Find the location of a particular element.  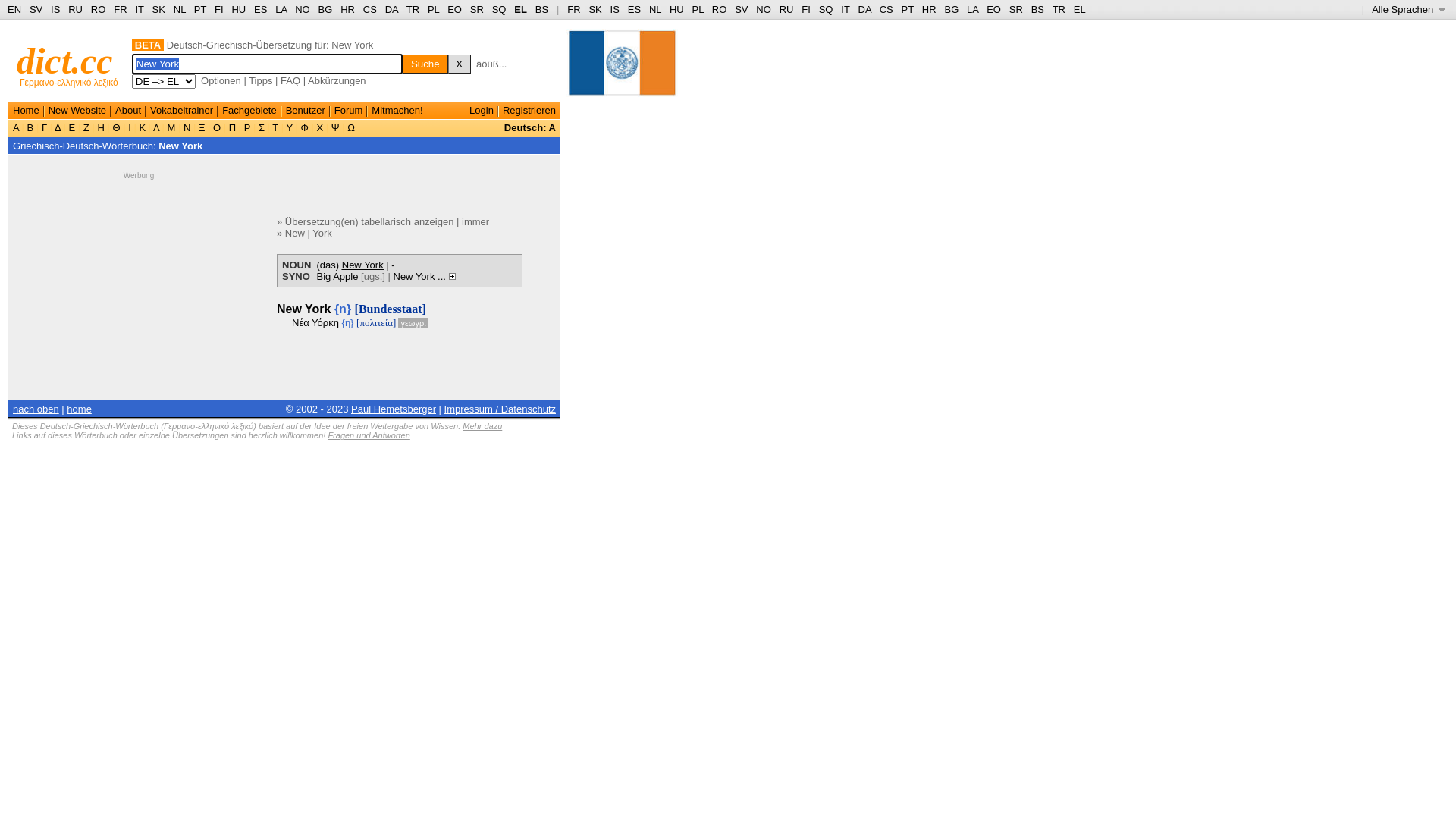

'Forum' is located at coordinates (348, 109).